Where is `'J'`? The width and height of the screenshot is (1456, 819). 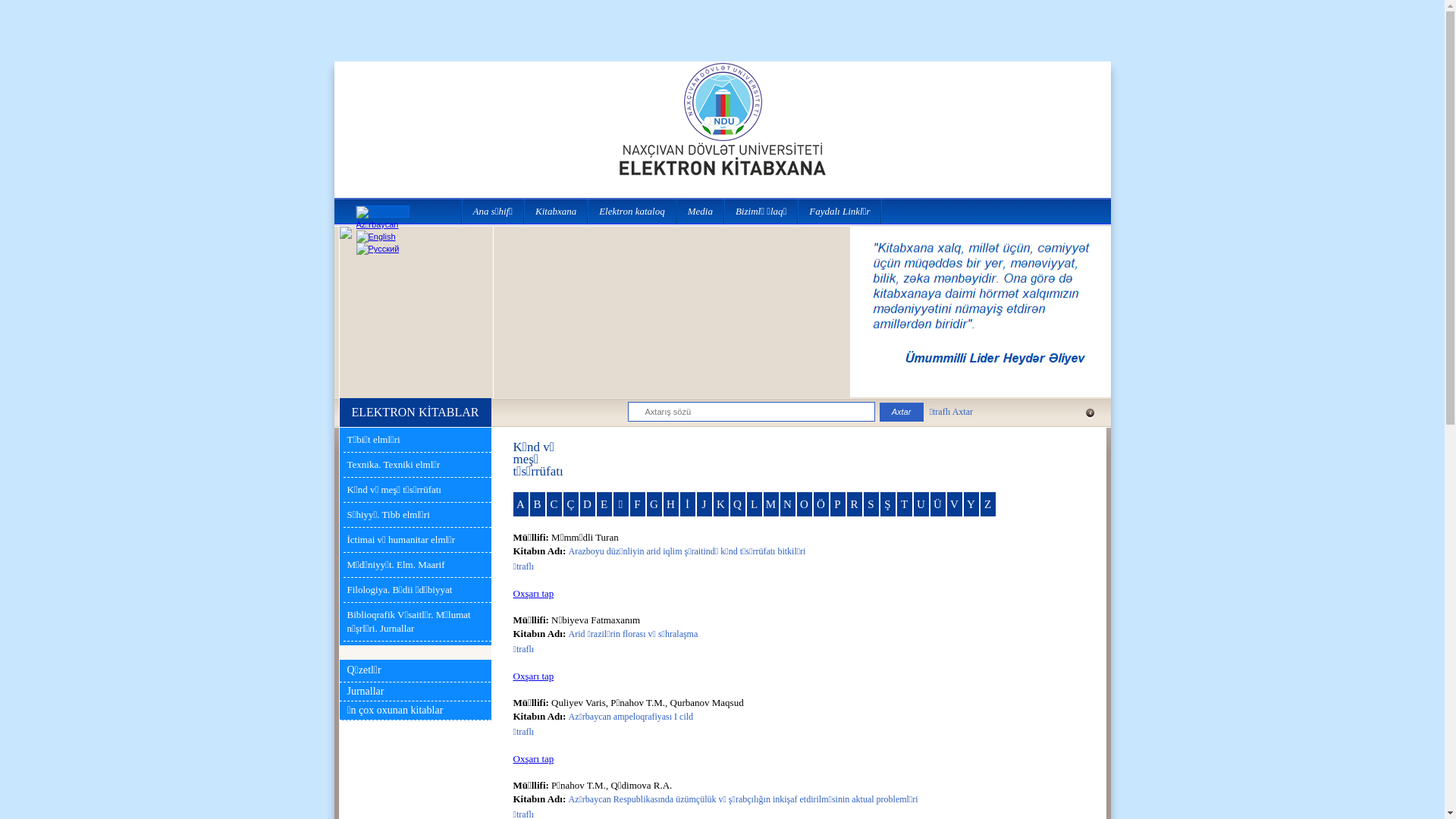 'J' is located at coordinates (704, 504).